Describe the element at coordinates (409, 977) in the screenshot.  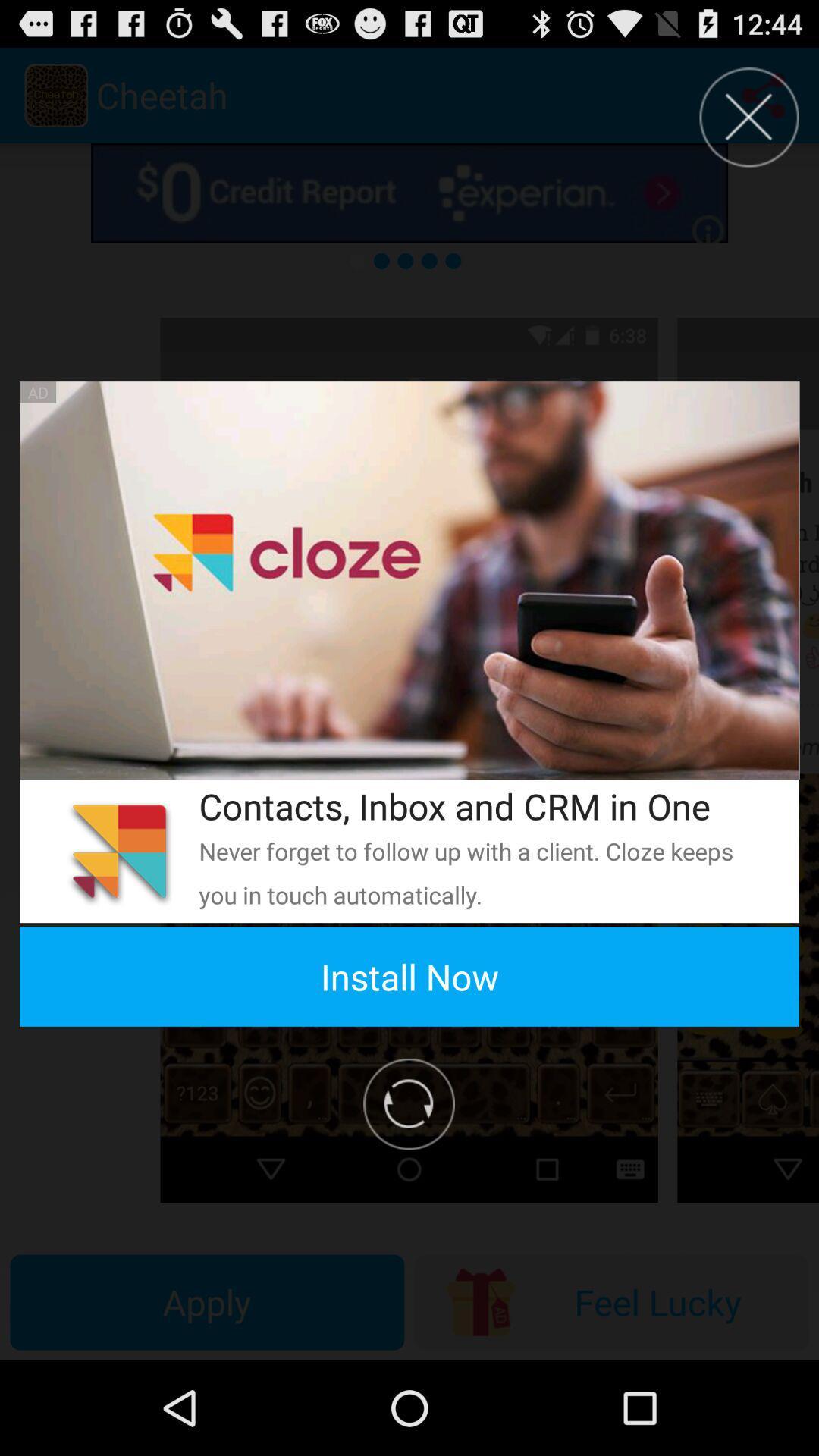
I see `the icon below never forget to item` at that location.